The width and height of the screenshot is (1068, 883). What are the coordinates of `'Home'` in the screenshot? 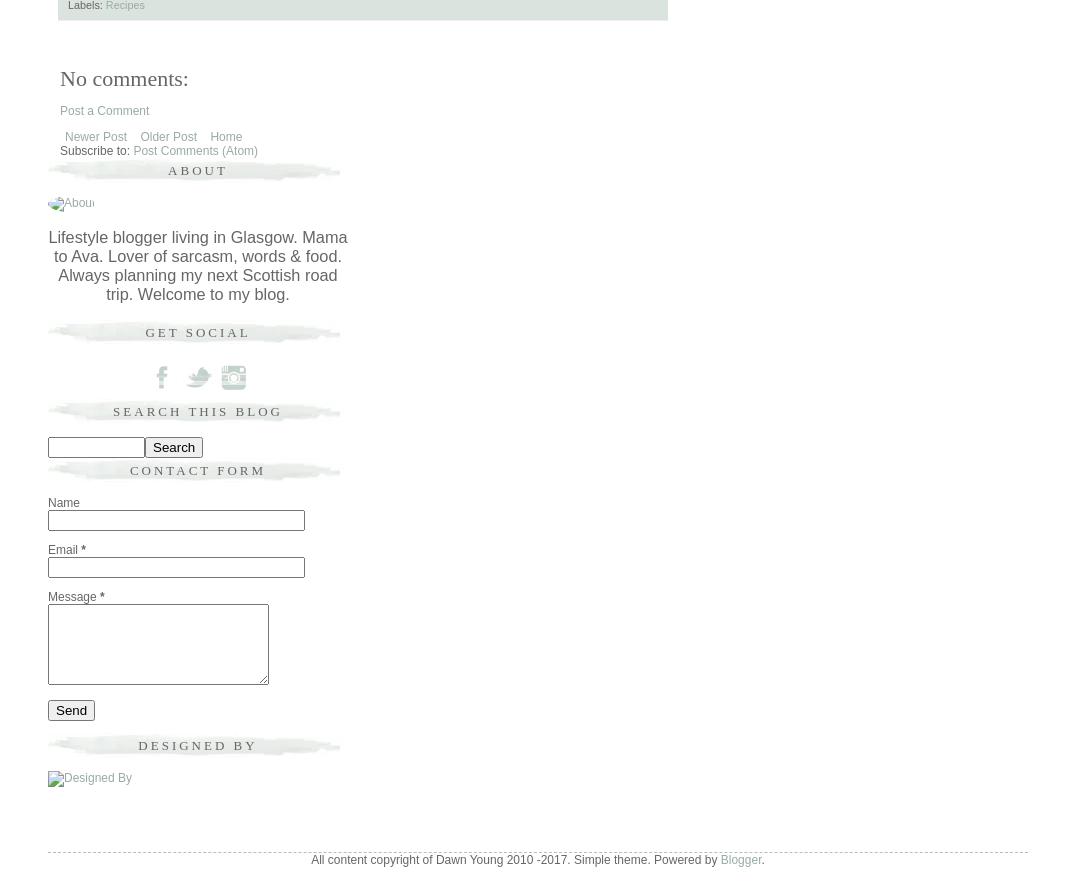 It's located at (225, 134).